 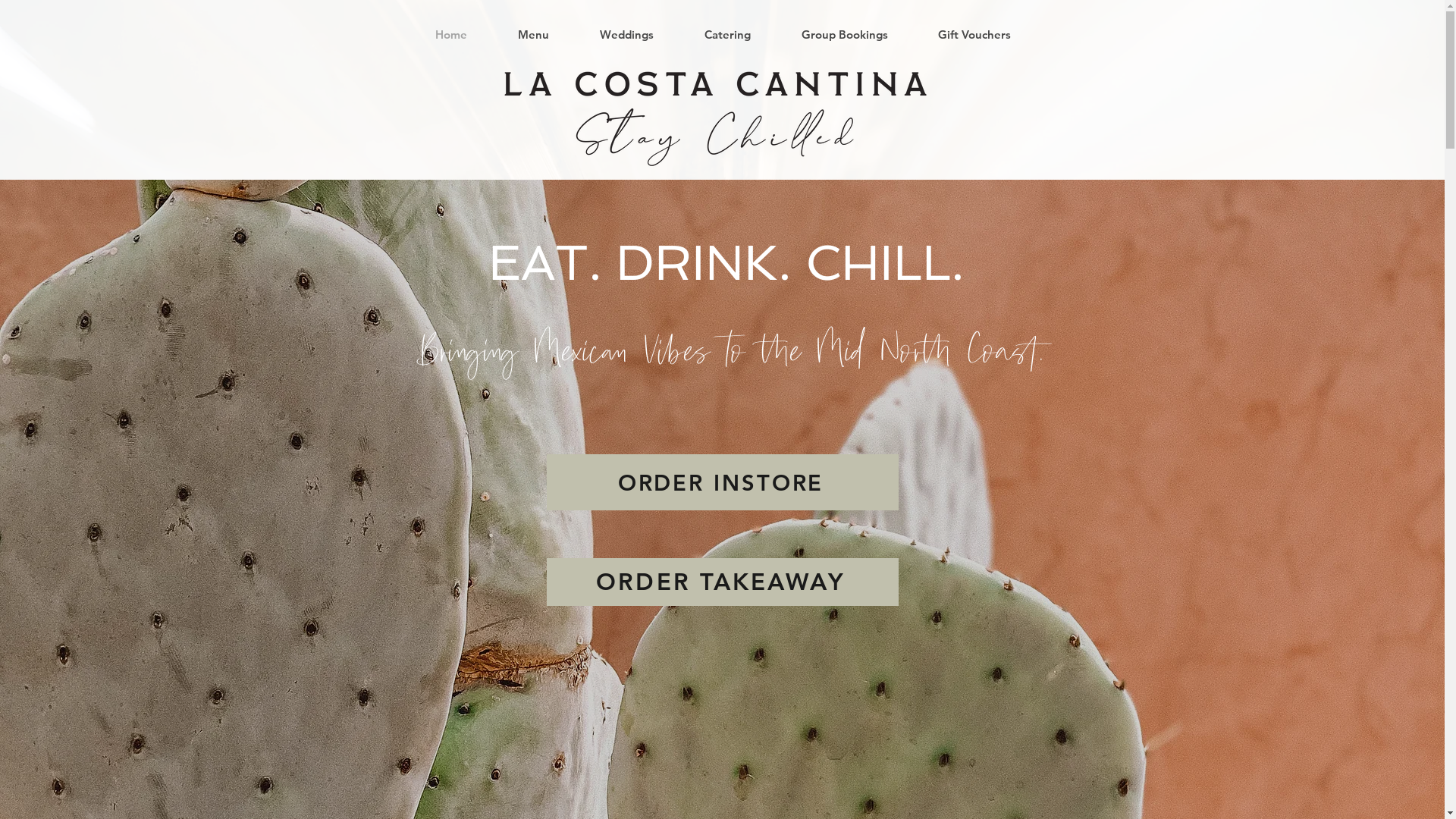 What do you see at coordinates (534, 34) in the screenshot?
I see `'Menu'` at bounding box center [534, 34].